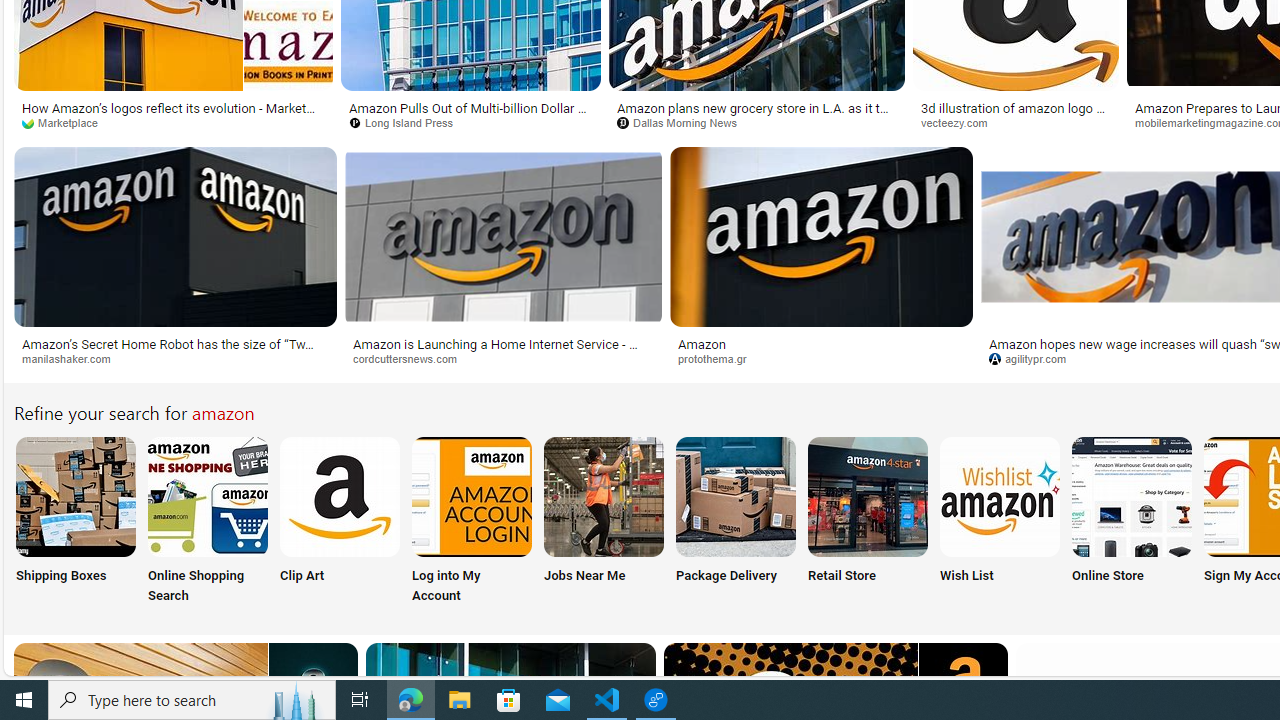 The height and width of the screenshot is (720, 1280). What do you see at coordinates (73, 357) in the screenshot?
I see `'manilashaker.com'` at bounding box center [73, 357].